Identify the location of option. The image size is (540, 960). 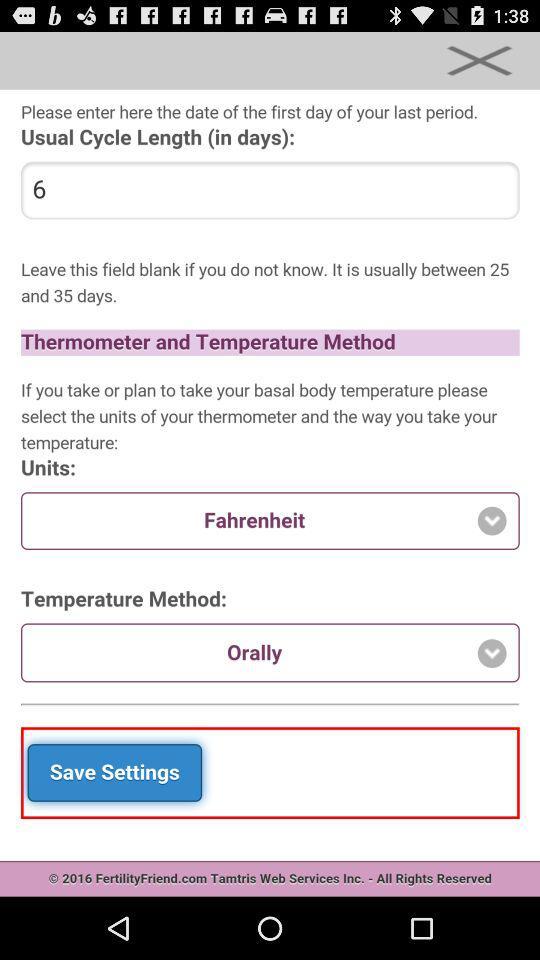
(478, 59).